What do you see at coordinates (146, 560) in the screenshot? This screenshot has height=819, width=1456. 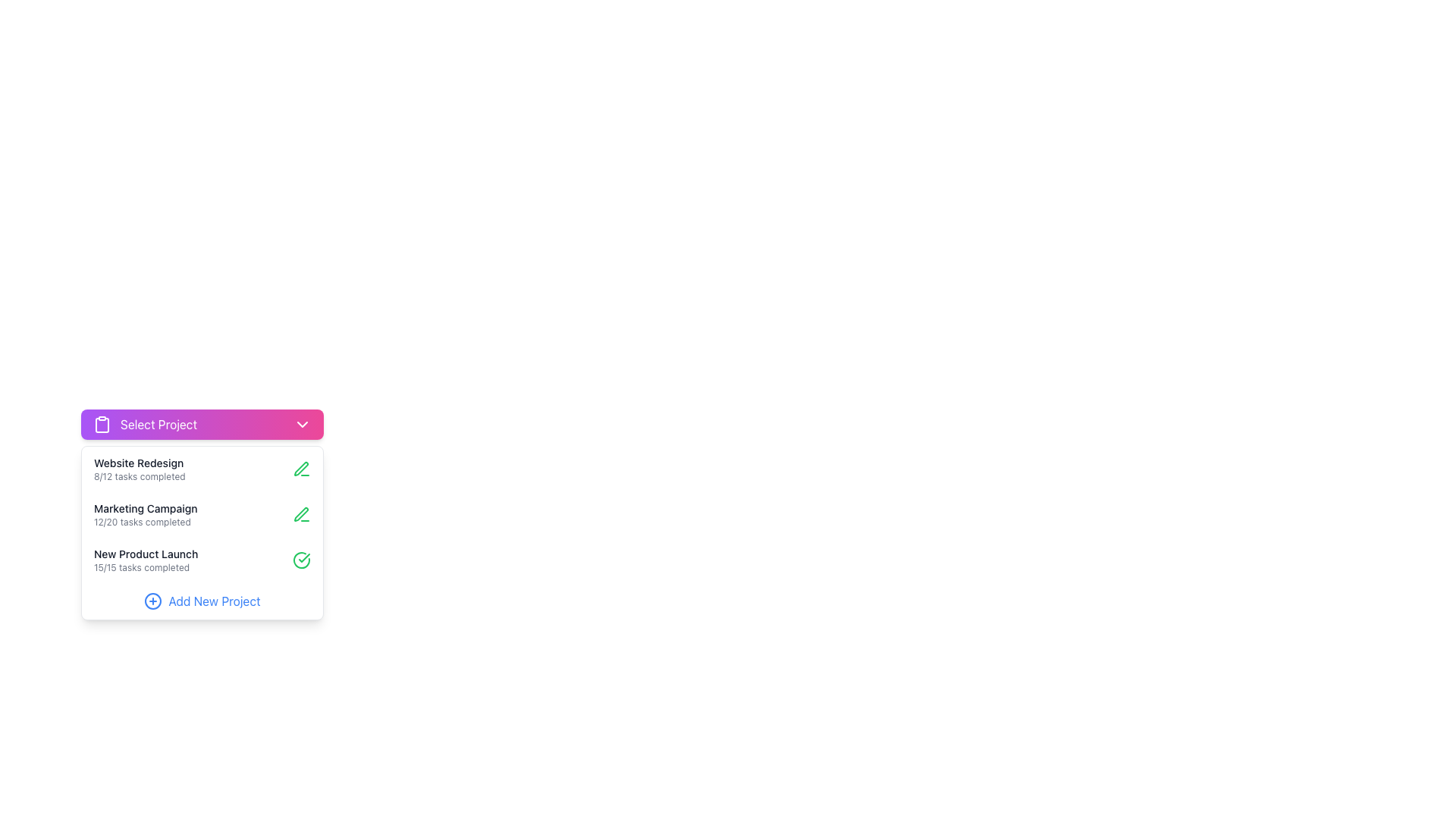 I see `the label displaying 'New Product Launch' with '15/15 tasks completed' in the dropdown menu titled 'Select Project'` at bounding box center [146, 560].